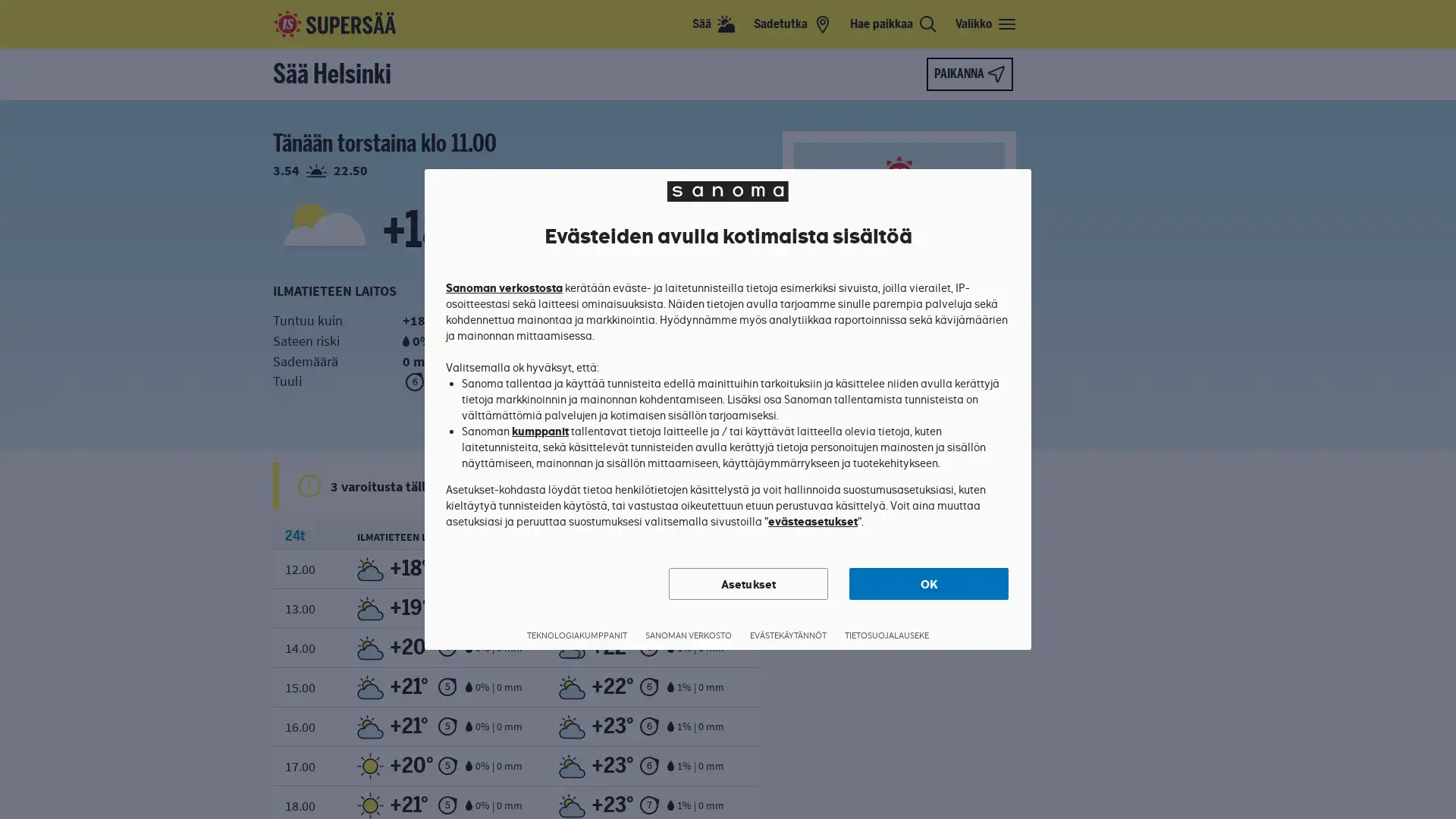 Image resolution: width=1456 pixels, height=819 pixels. I want to click on Nayta kaikki varoitukset, so click(739, 485).